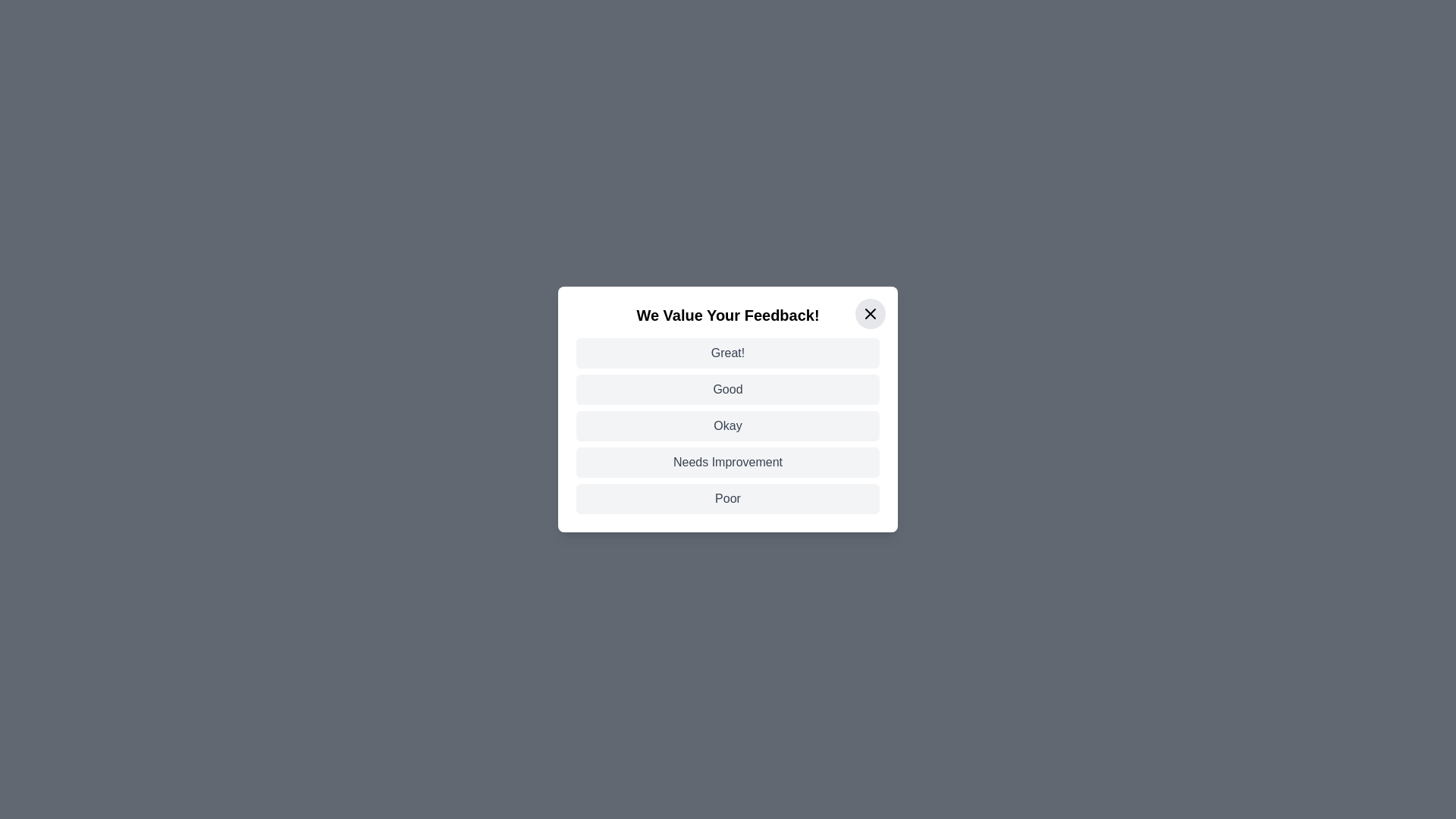  I want to click on the feedback option Great!, so click(728, 353).